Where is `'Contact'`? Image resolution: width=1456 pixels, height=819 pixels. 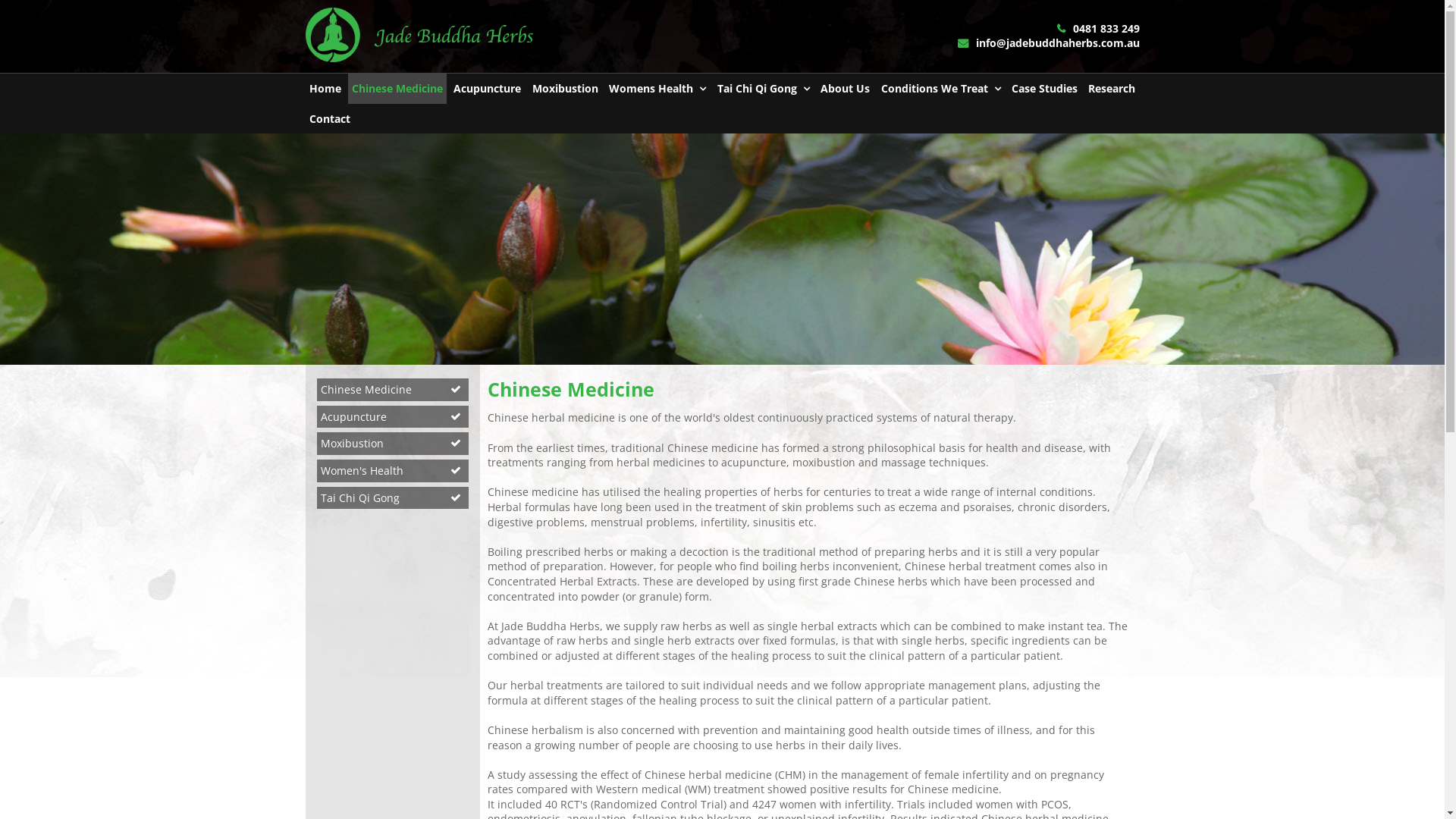
'Contact' is located at coordinates (304, 118).